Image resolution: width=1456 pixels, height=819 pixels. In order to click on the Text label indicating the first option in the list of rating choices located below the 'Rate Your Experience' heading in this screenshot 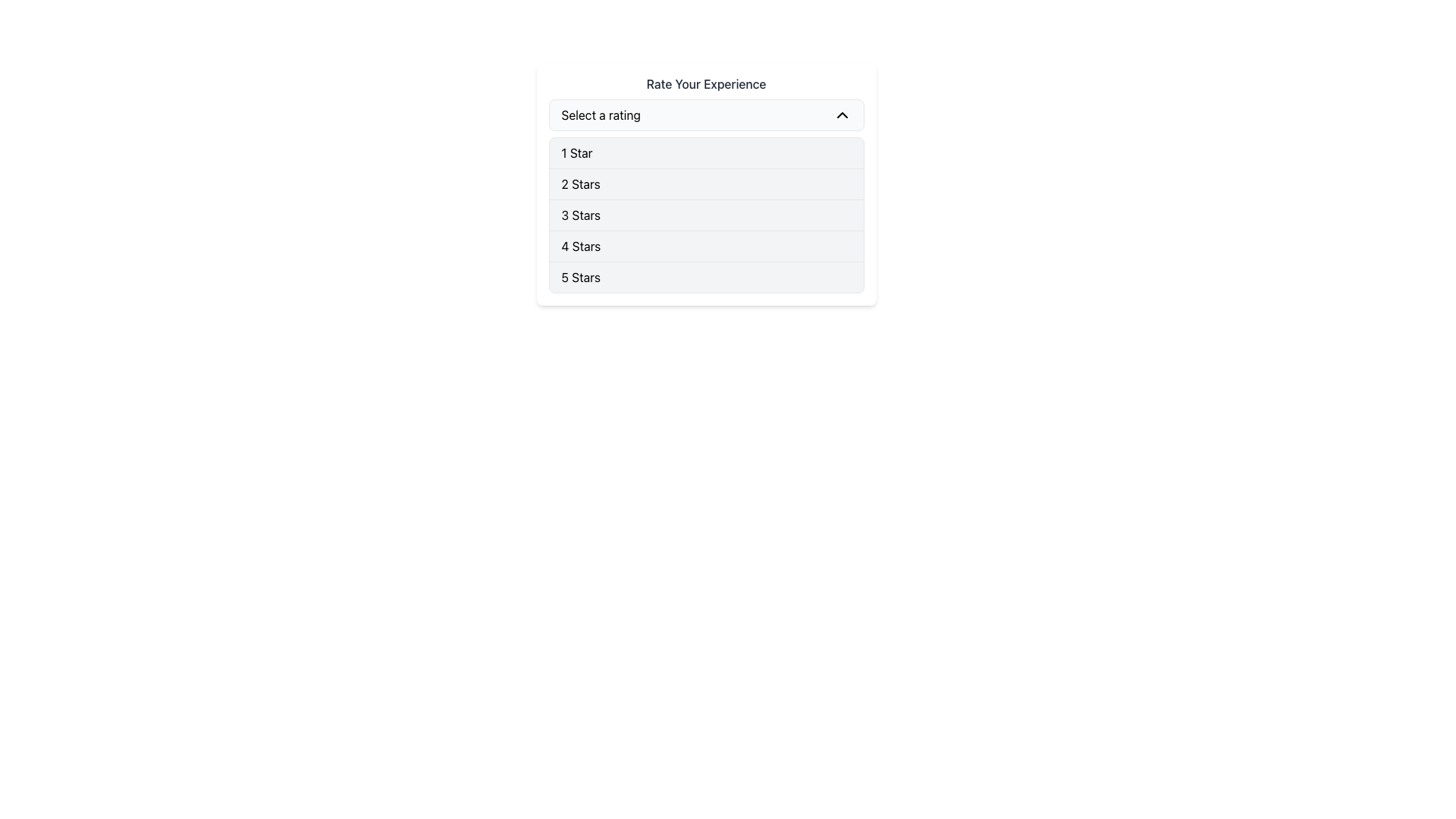, I will do `click(576, 152)`.